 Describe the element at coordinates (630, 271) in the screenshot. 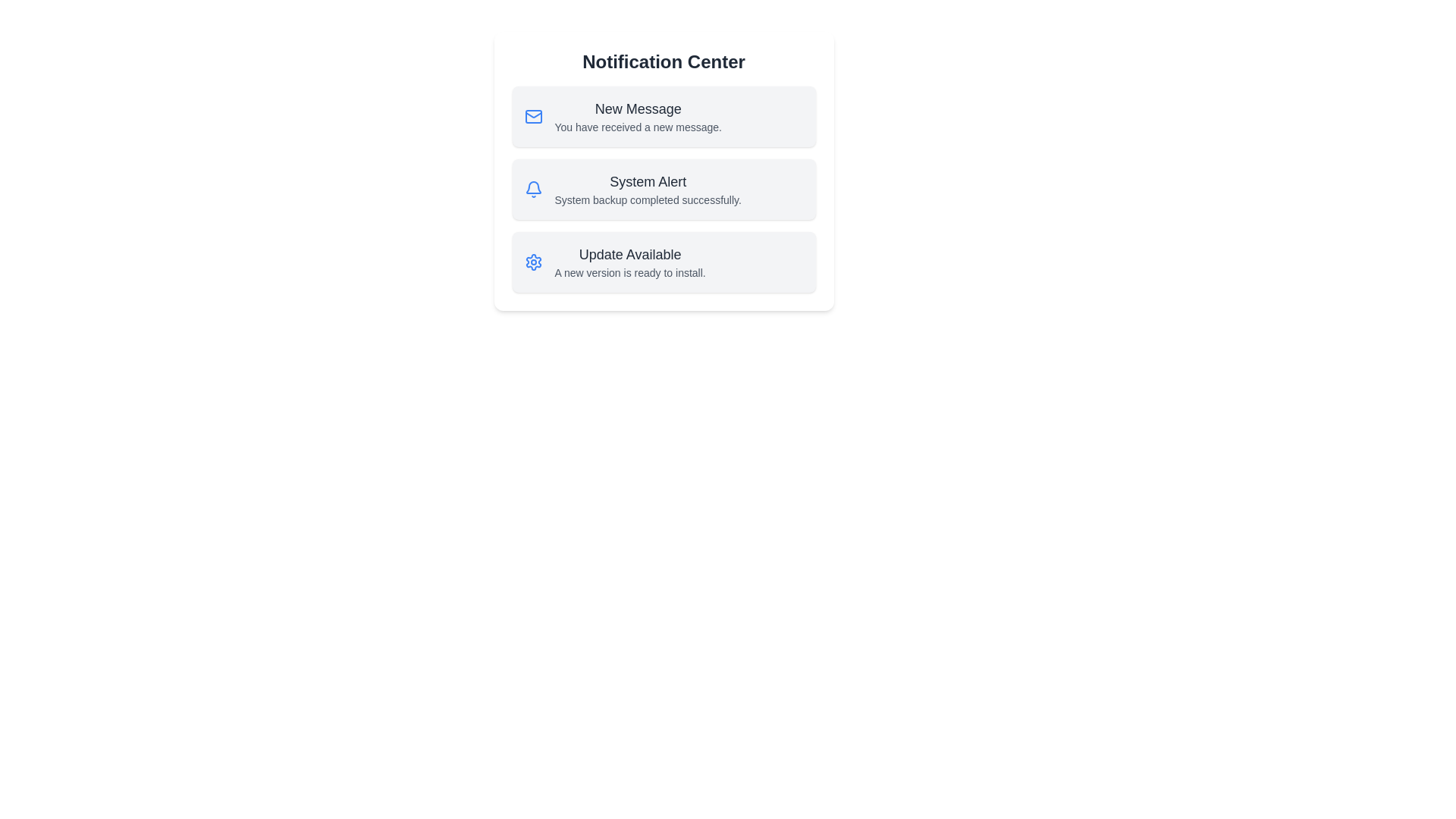

I see `the text element that reads 'A new version is ready to install.' which is styled in a small gray font and is located beneath the title 'Update Available' in the Notification Center` at that location.